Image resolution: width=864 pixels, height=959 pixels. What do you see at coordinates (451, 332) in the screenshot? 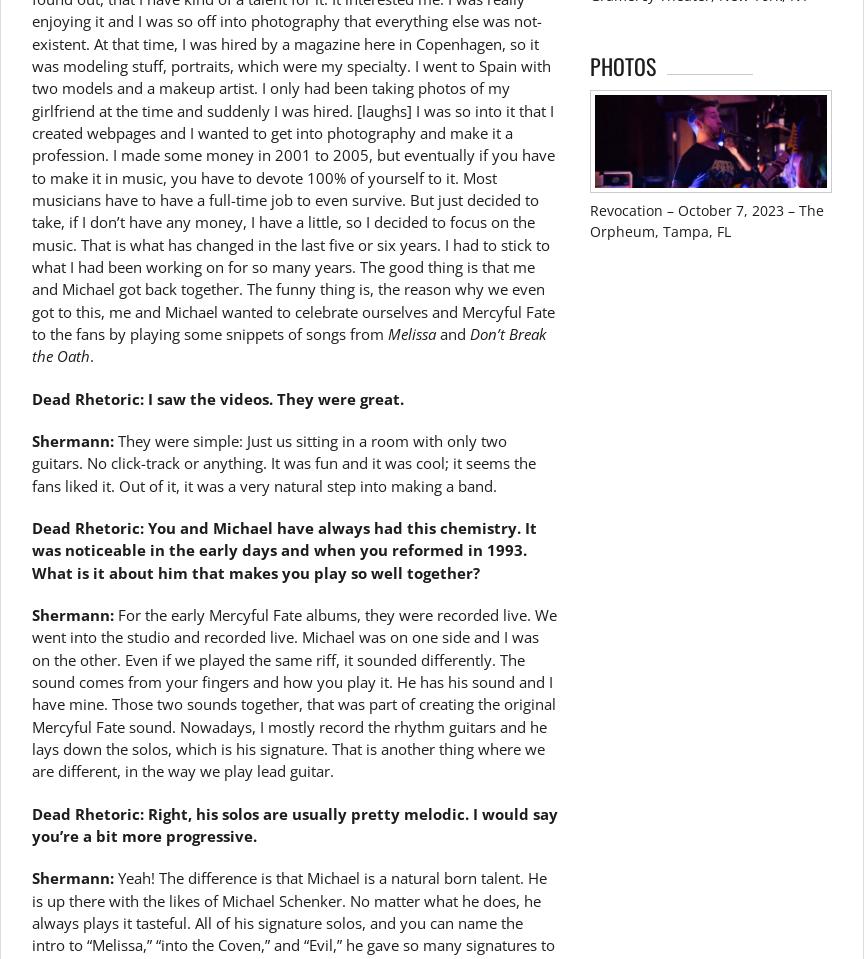
I see `'and'` at bounding box center [451, 332].